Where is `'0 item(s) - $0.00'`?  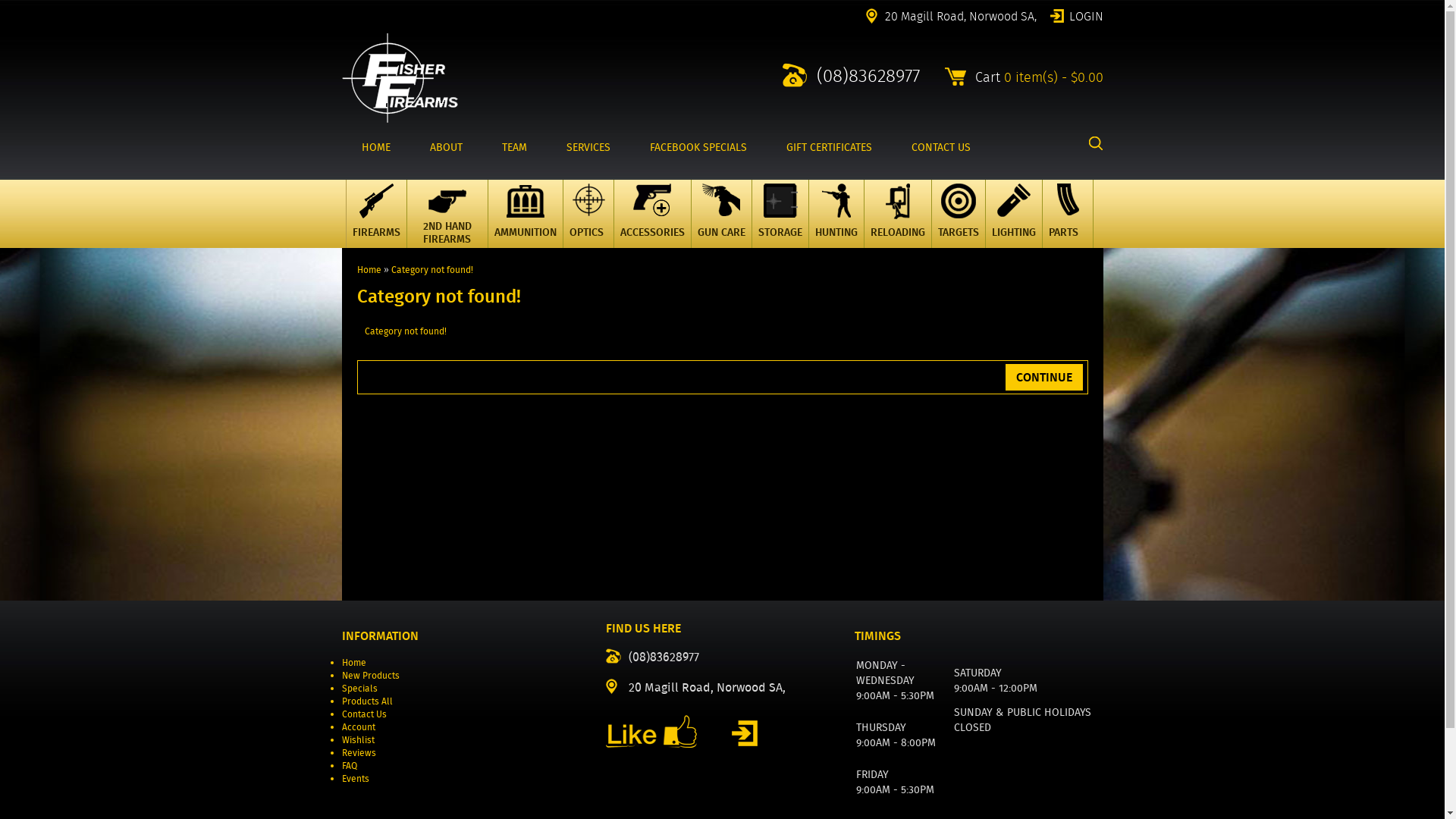
'0 item(s) - $0.00' is located at coordinates (1053, 77).